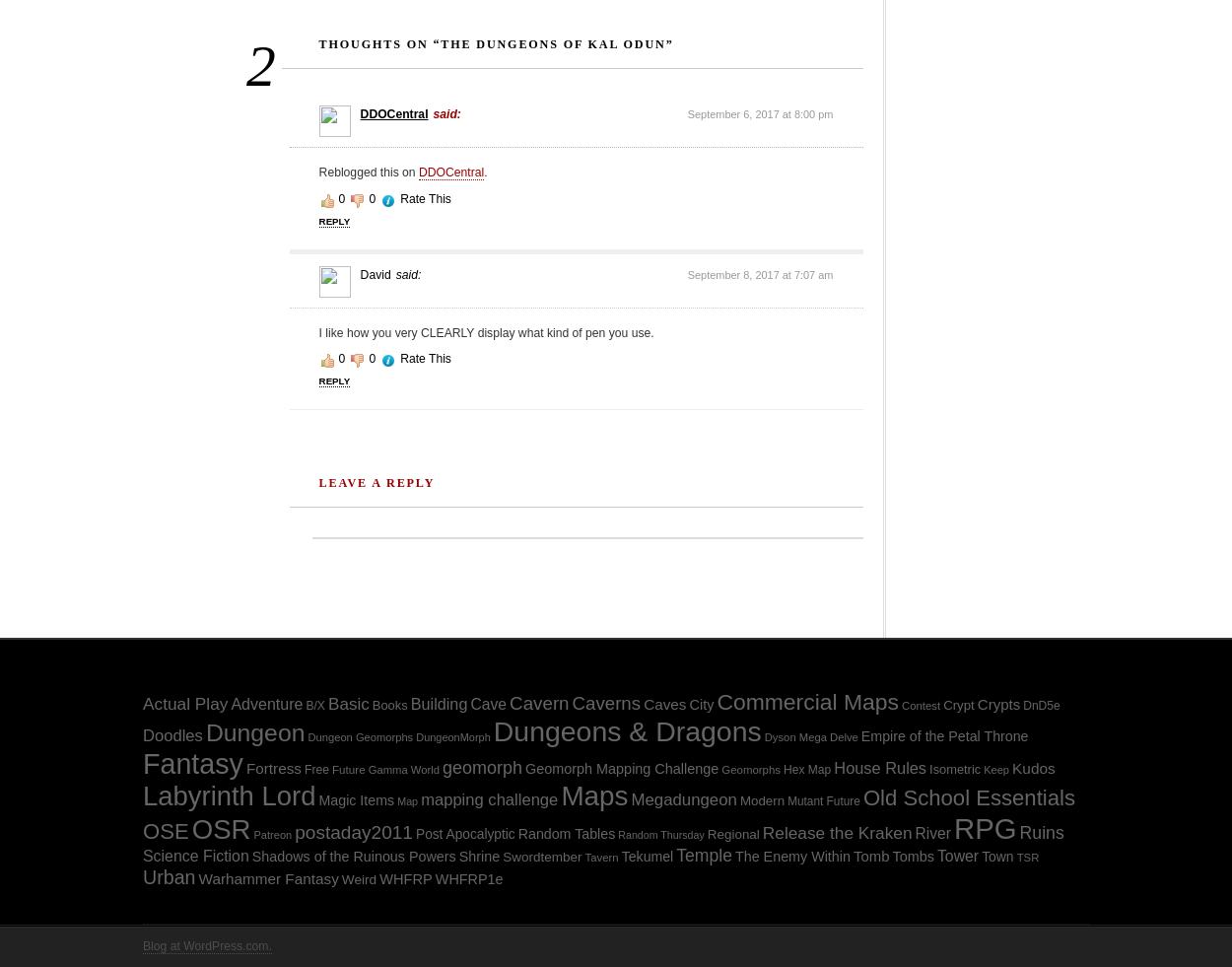 The height and width of the screenshot is (967, 1232). Describe the element at coordinates (313, 706) in the screenshot. I see `'B/X'` at that location.